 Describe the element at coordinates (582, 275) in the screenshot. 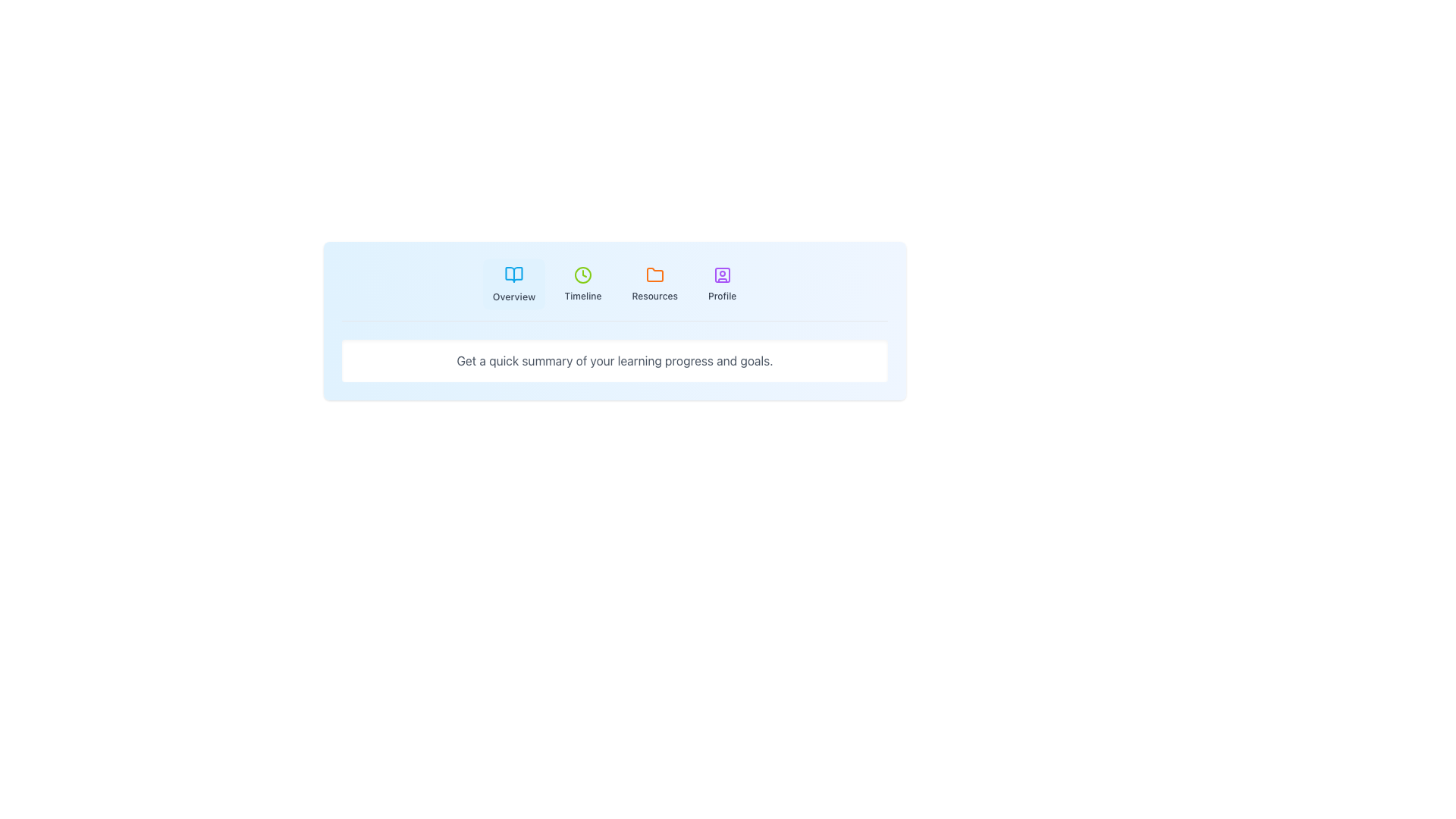

I see `lime-green circular SVG element that forms part of the clock icon in the Timeline section` at that location.